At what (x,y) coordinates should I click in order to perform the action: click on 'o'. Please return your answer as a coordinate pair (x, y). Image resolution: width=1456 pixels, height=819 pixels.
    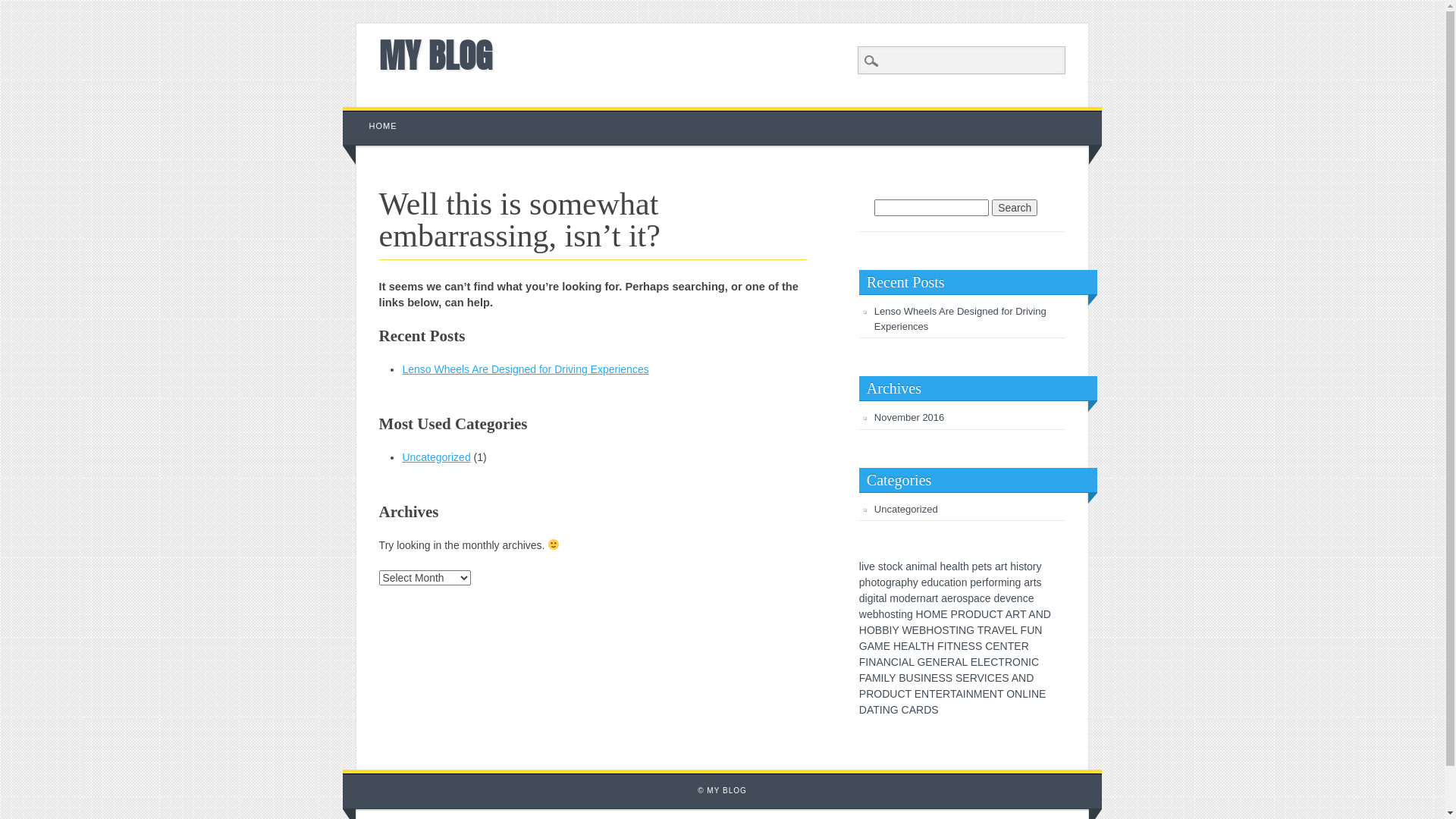
    Looking at the image, I should click on (957, 581).